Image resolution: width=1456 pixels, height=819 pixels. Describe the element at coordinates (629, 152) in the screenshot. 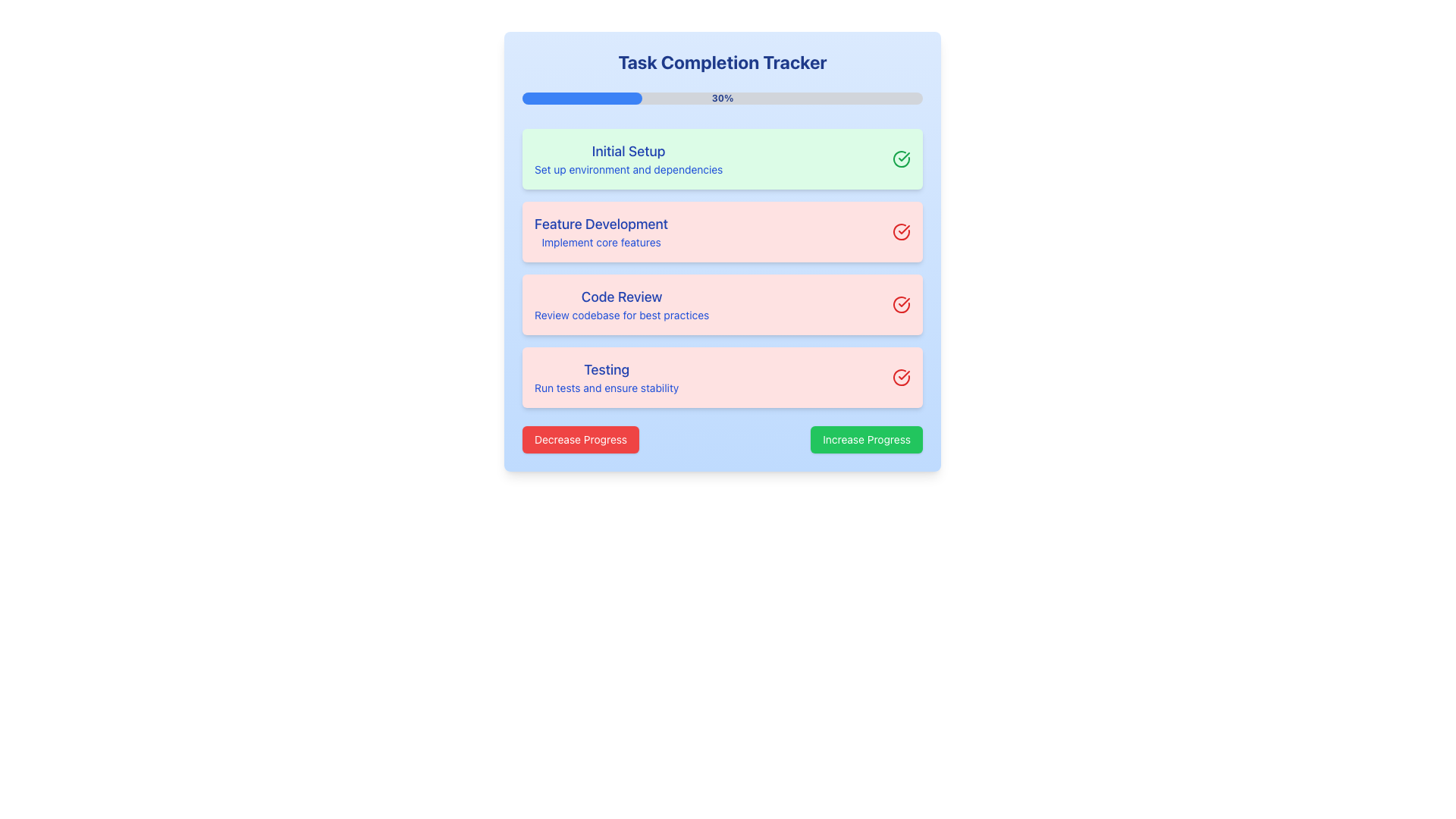

I see `the text label that serves as a header for the 'Initial Setup' section located at the top of the green section of the progress-tracking interface` at that location.